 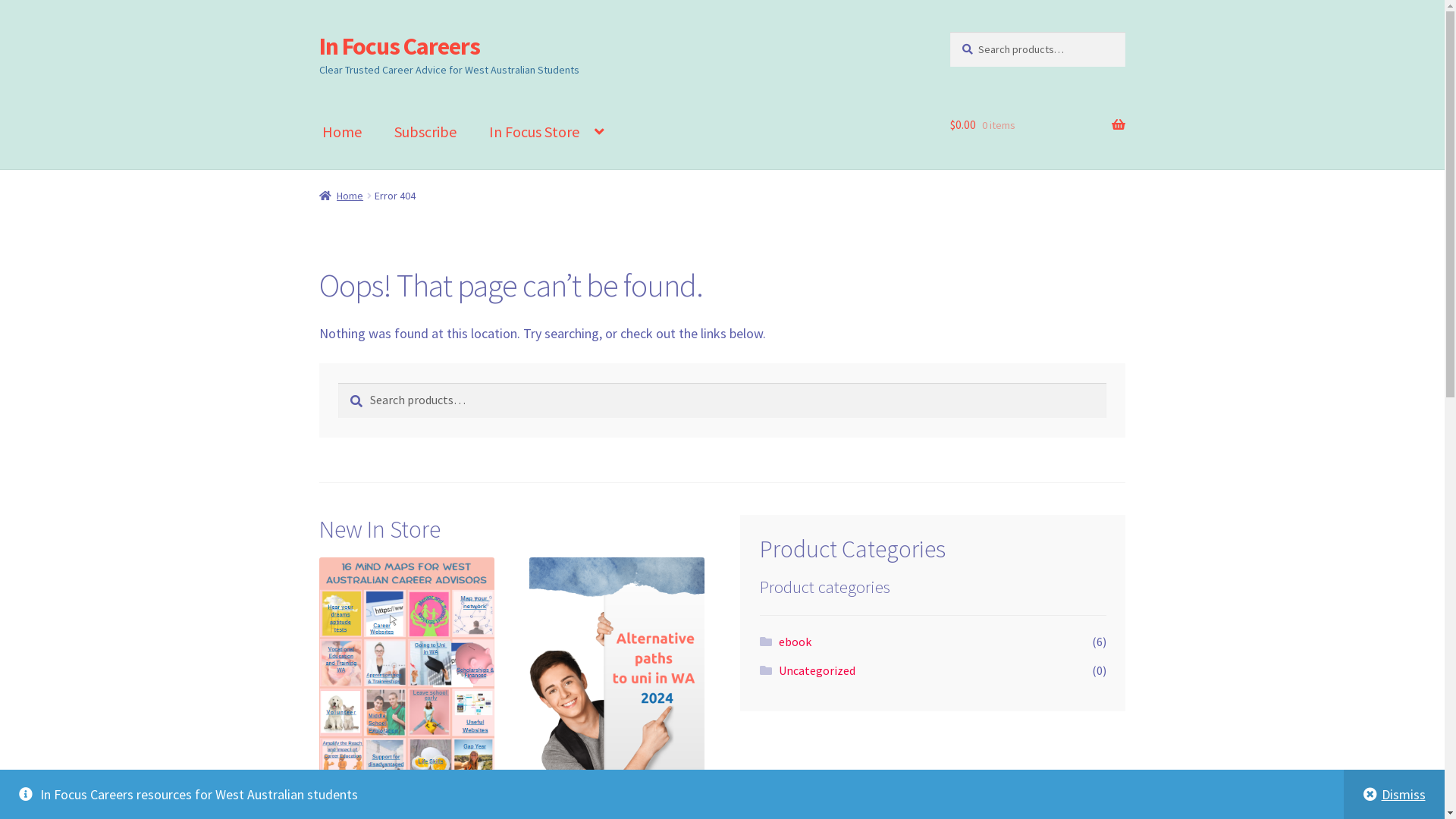 I want to click on 'Home', so click(x=341, y=131).